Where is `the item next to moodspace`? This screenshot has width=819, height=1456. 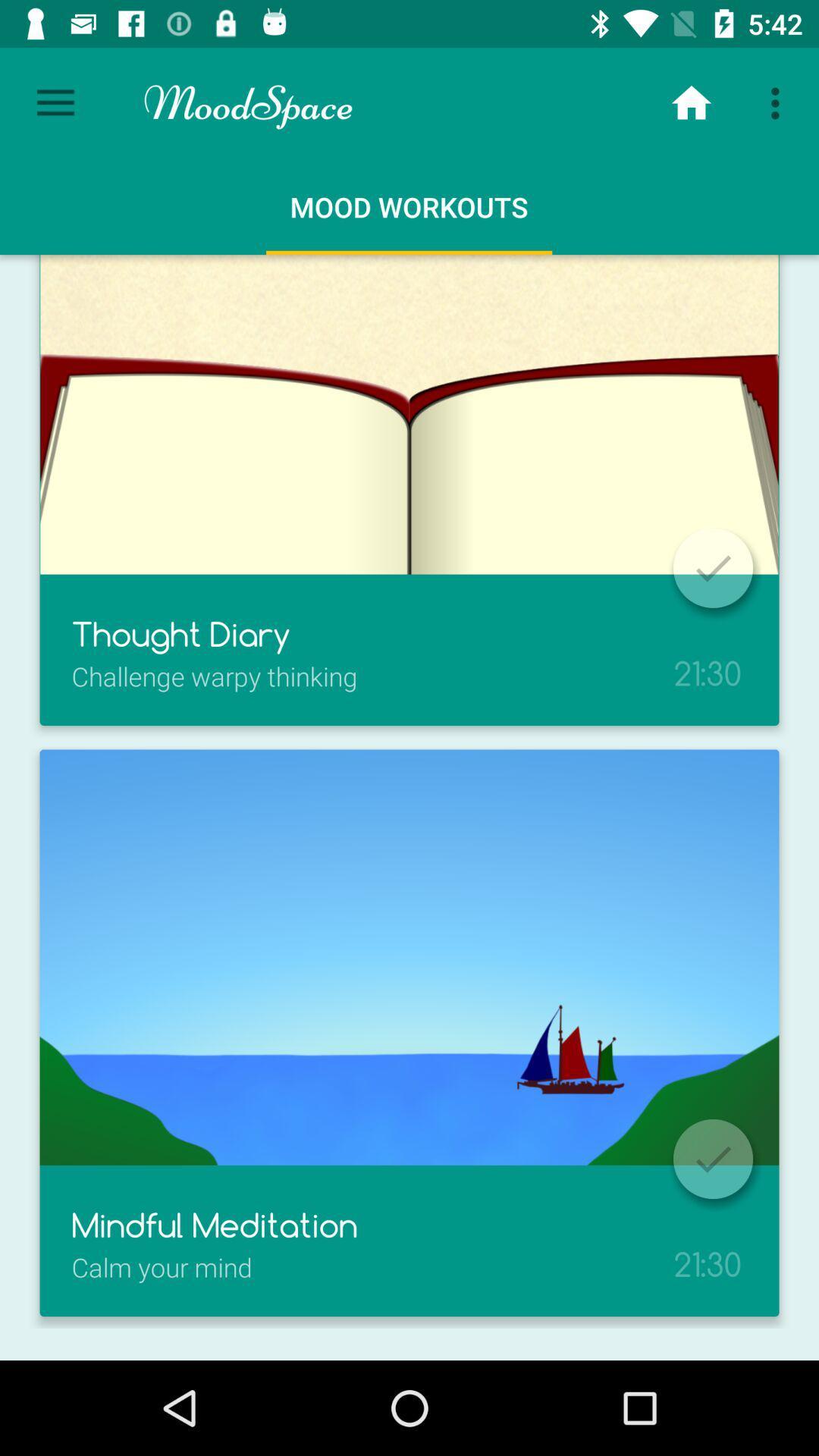
the item next to moodspace is located at coordinates (691, 102).